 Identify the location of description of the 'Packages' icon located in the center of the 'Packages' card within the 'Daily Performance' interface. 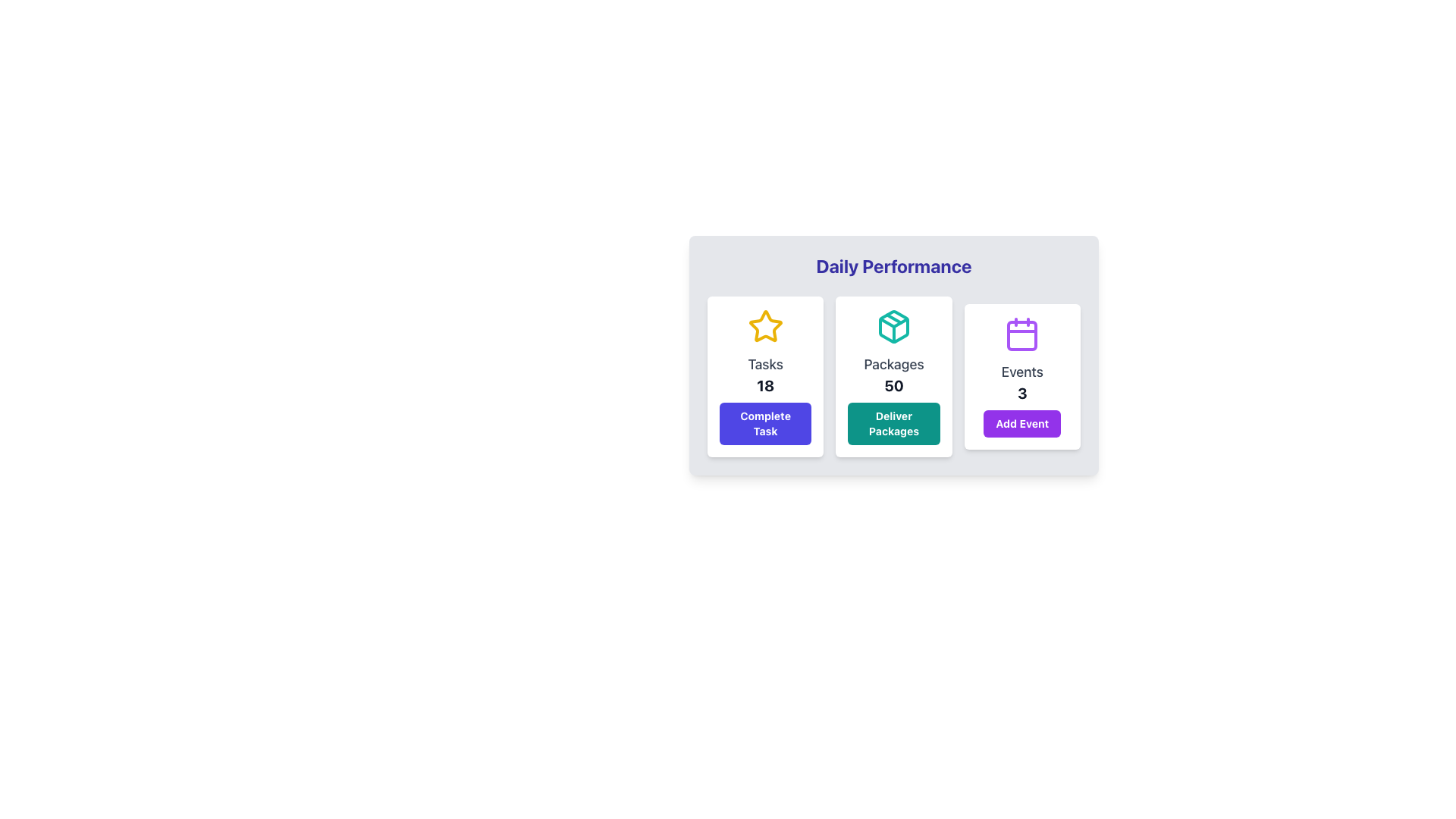
(894, 326).